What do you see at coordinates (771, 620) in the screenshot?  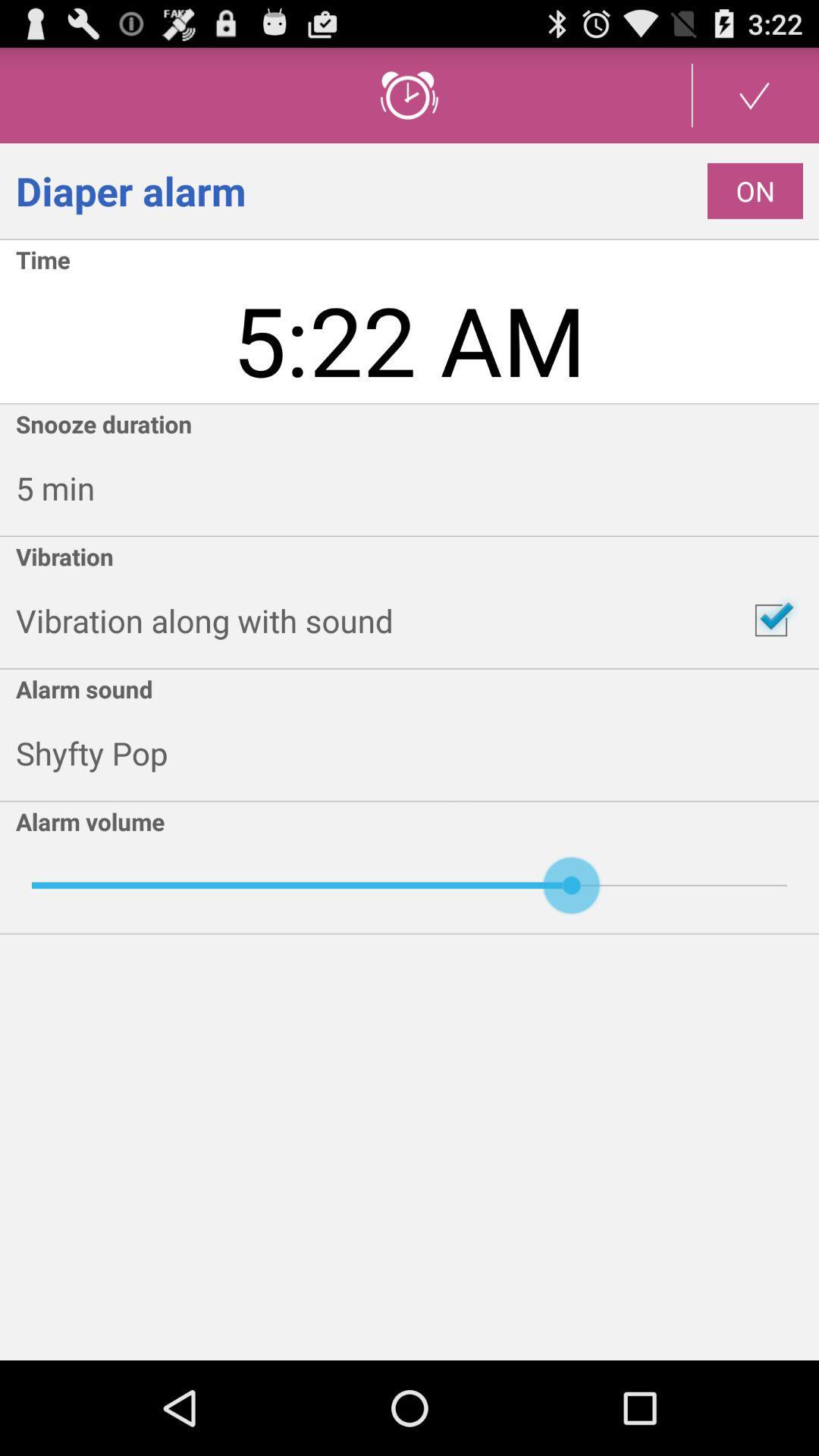 I see `vibration along with sound` at bounding box center [771, 620].